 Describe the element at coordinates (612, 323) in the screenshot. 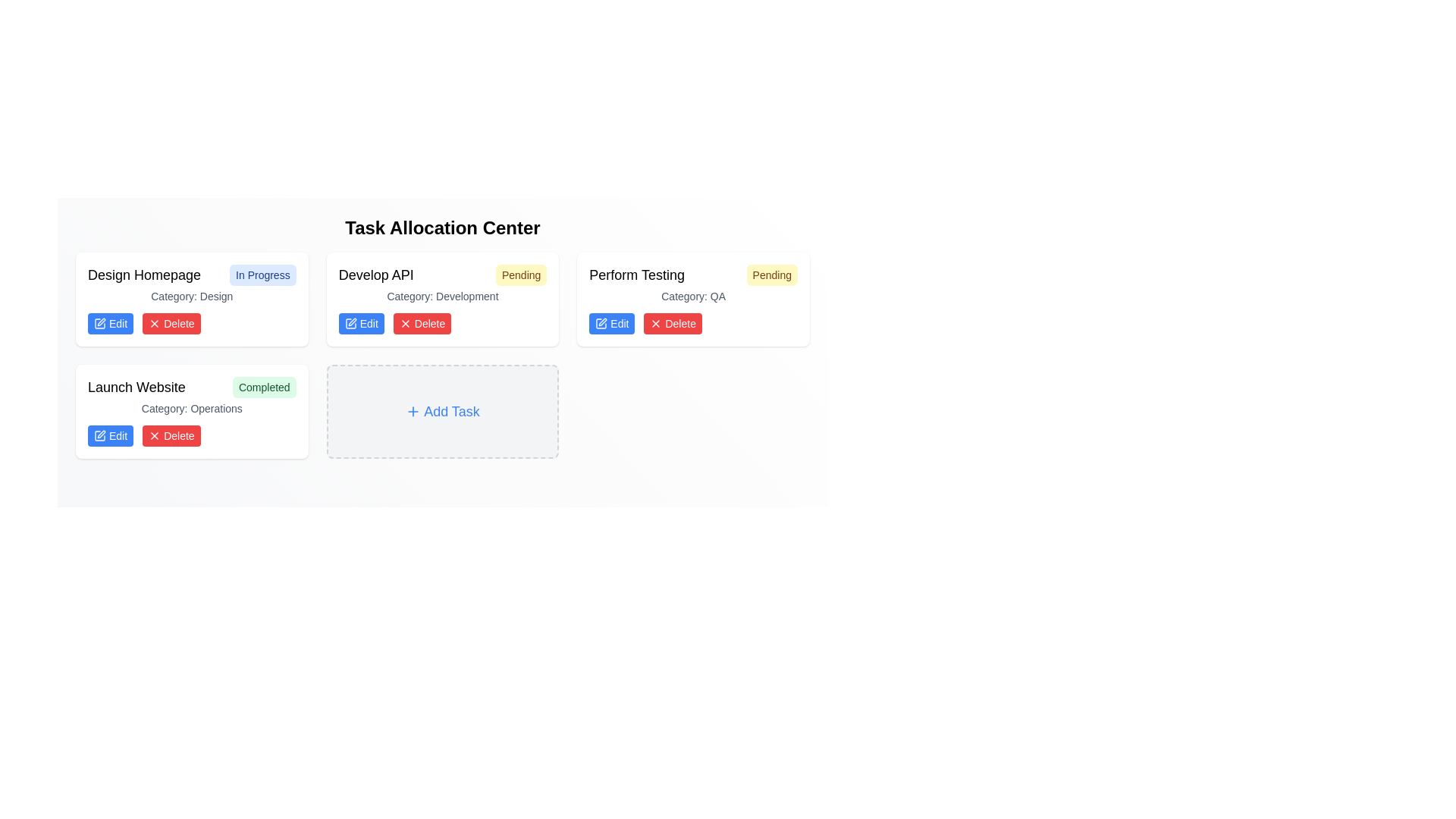

I see `the 'Edit' button, which is a rectangular button with a blue background and white text that reads 'Edit', located in a horizontal layout under the task card titled 'Develop API'` at that location.